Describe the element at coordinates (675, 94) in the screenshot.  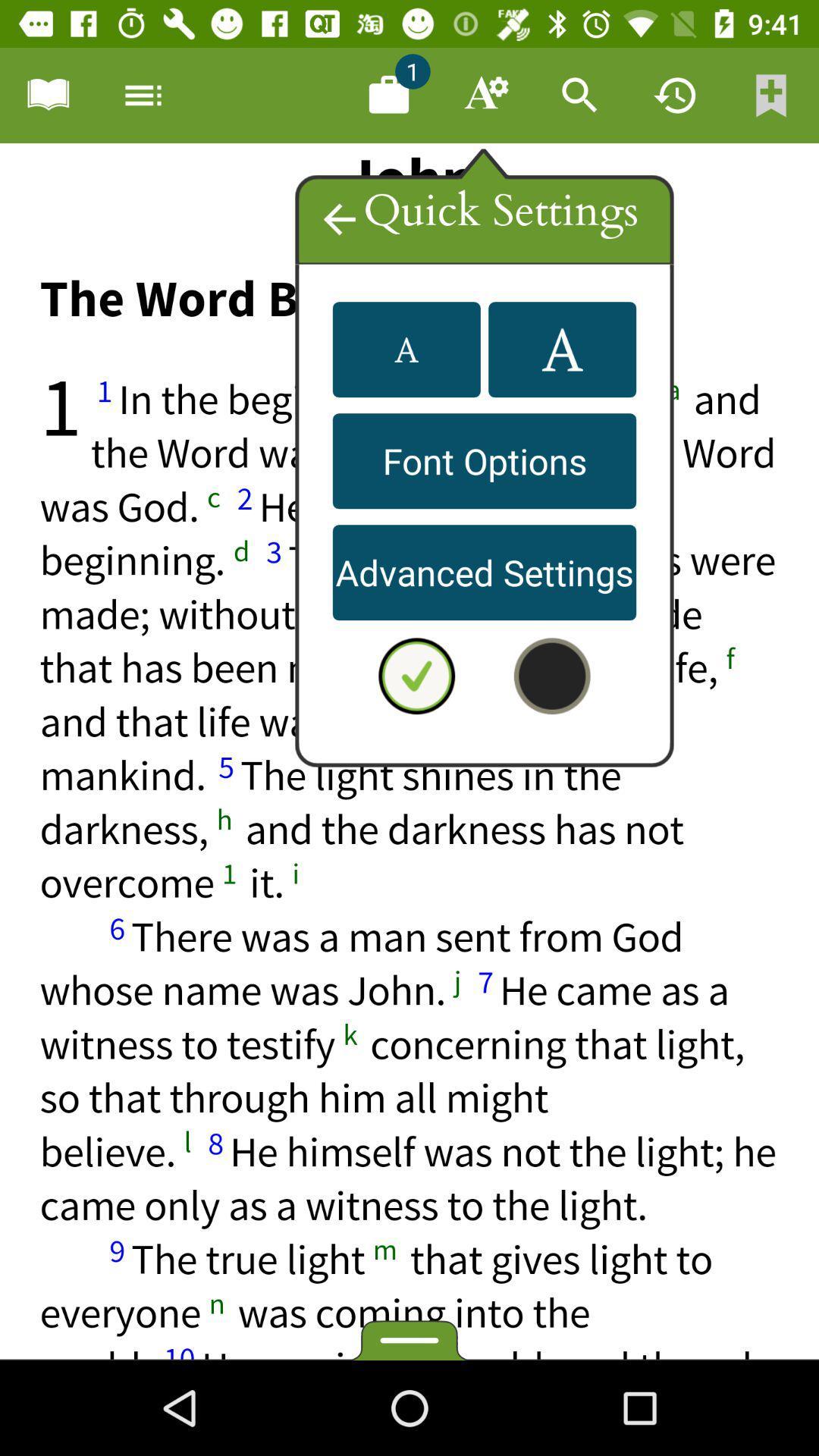
I see `reload` at that location.